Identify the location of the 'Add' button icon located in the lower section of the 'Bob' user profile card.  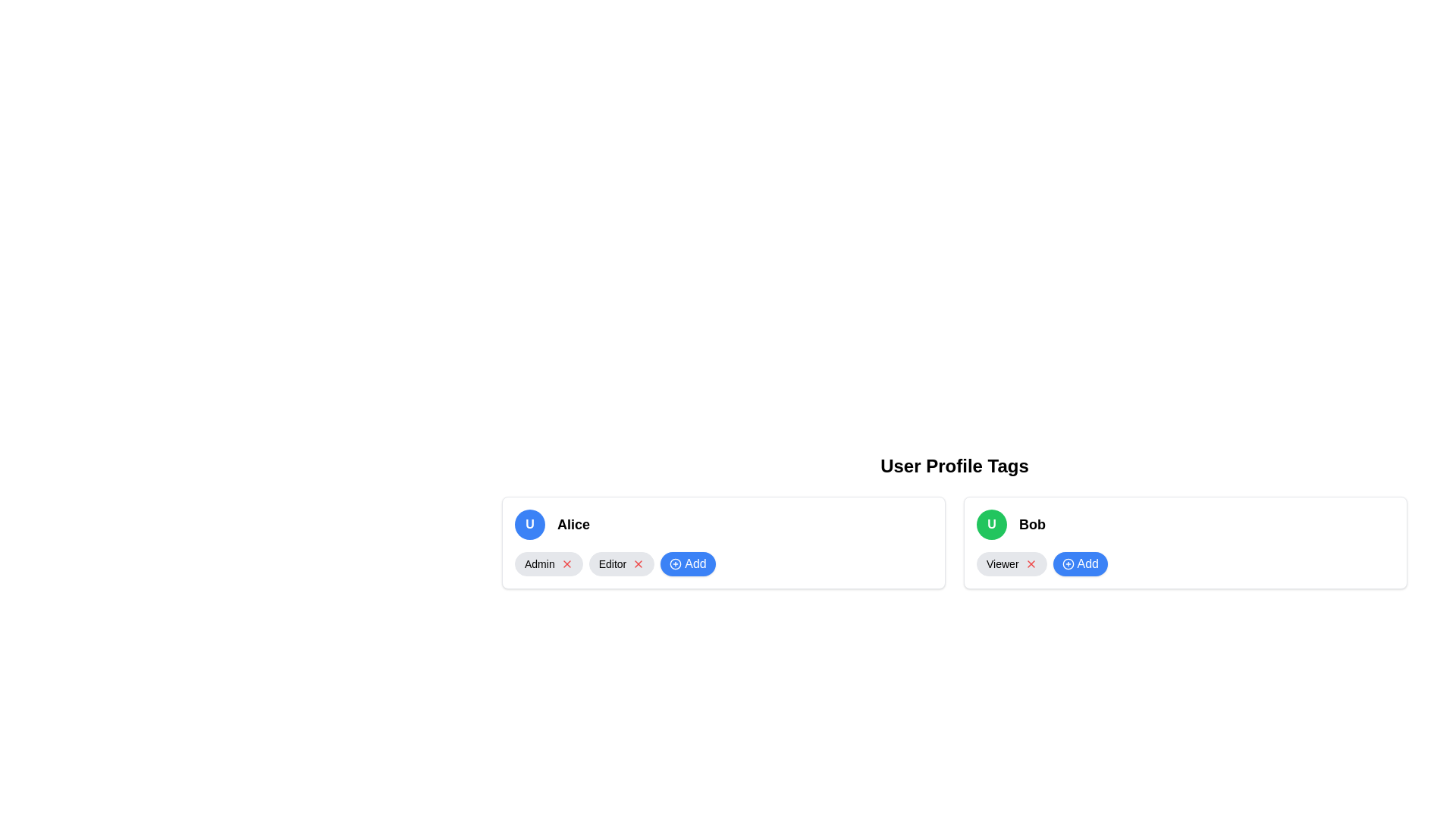
(1067, 564).